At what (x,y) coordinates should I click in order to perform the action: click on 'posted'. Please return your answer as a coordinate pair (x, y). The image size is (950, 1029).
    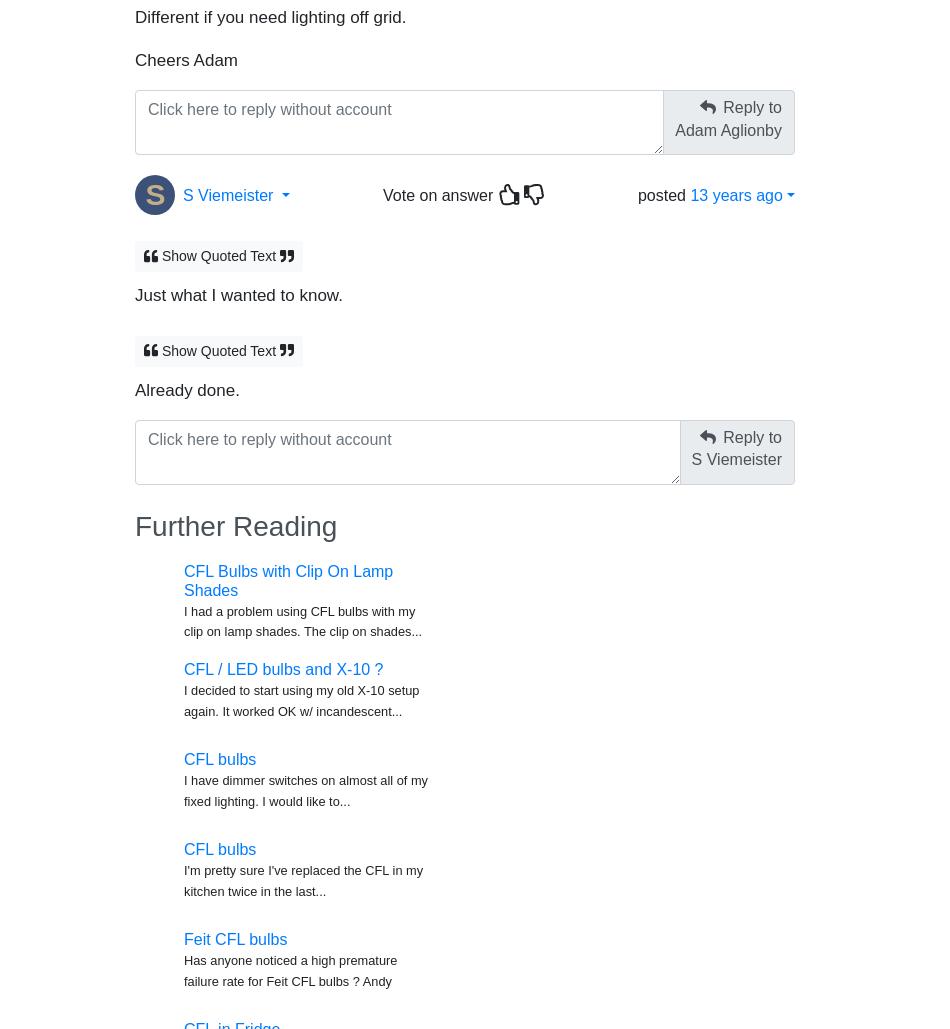
    Looking at the image, I should click on (663, 185).